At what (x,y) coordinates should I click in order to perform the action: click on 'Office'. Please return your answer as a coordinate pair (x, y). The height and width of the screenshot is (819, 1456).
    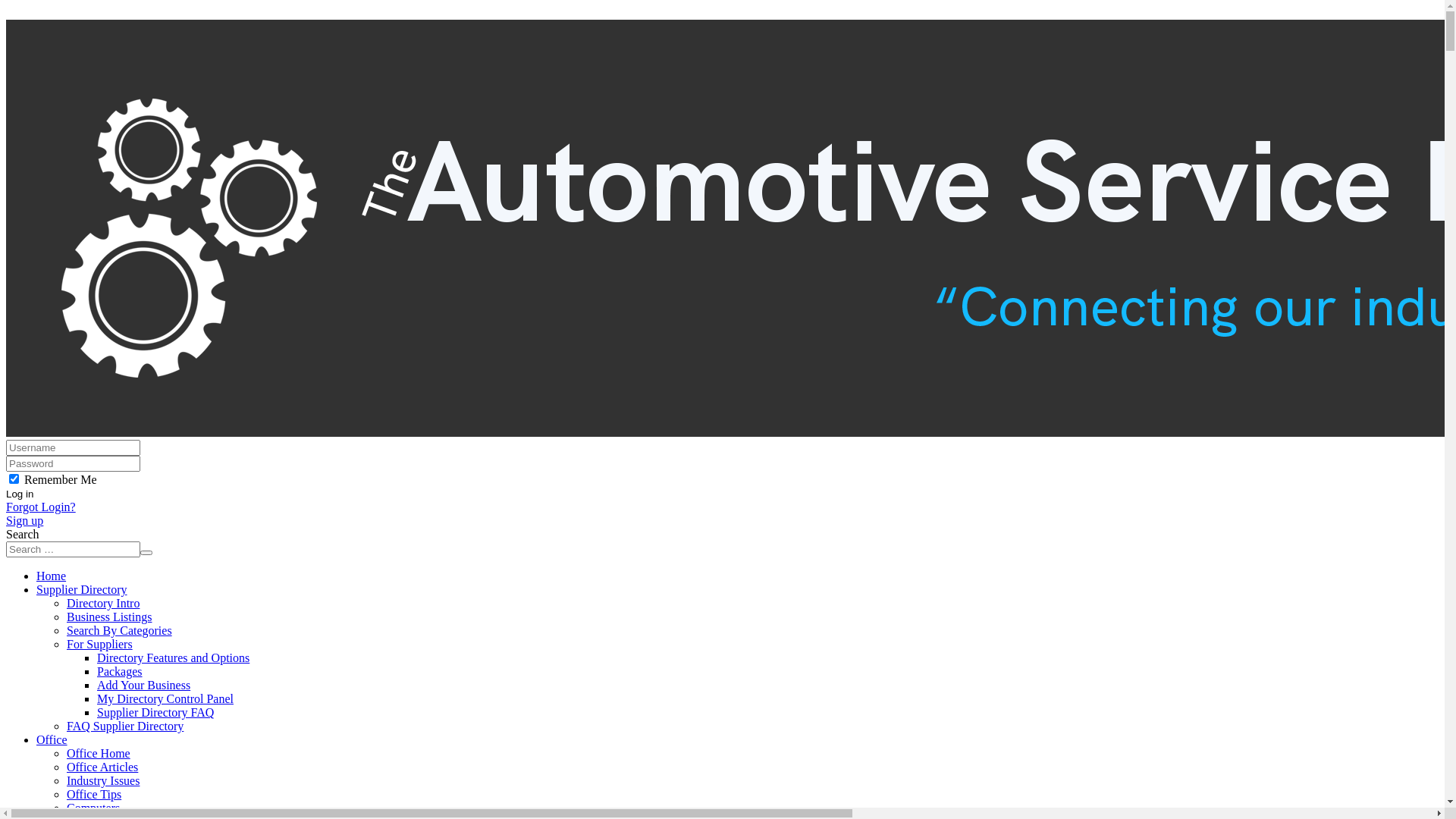
    Looking at the image, I should click on (52, 739).